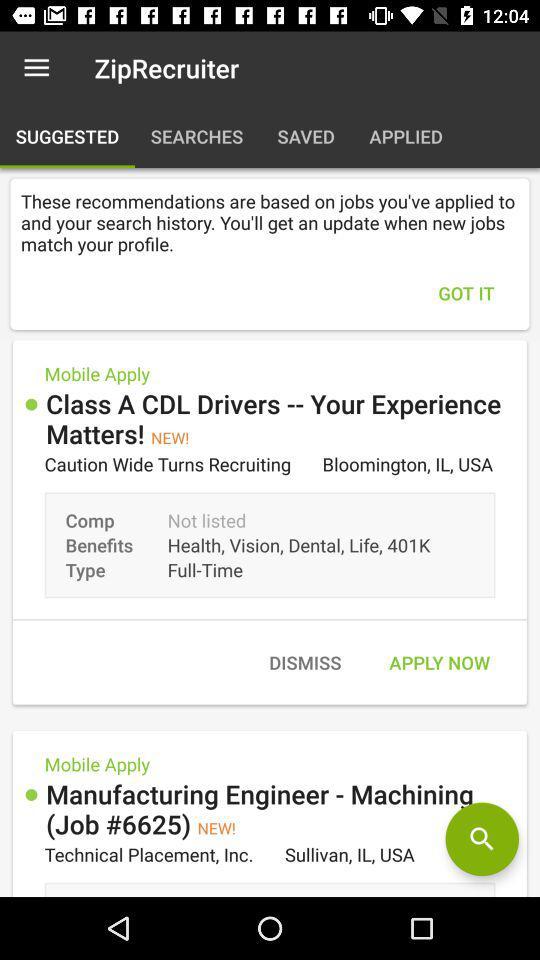 This screenshot has width=540, height=960. I want to click on search engine, so click(481, 839).